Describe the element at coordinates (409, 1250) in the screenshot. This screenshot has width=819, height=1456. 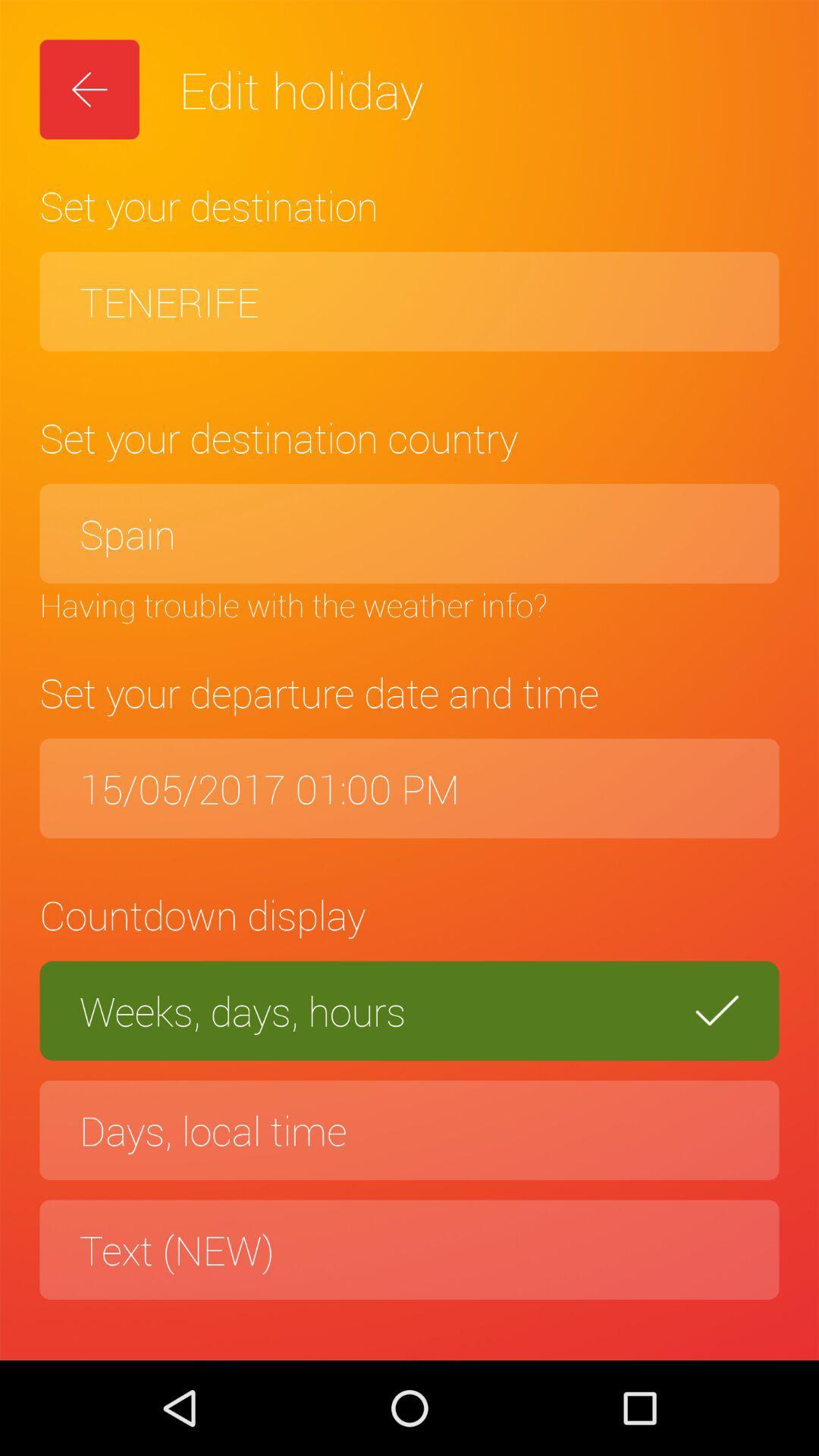
I see `the text (new)` at that location.